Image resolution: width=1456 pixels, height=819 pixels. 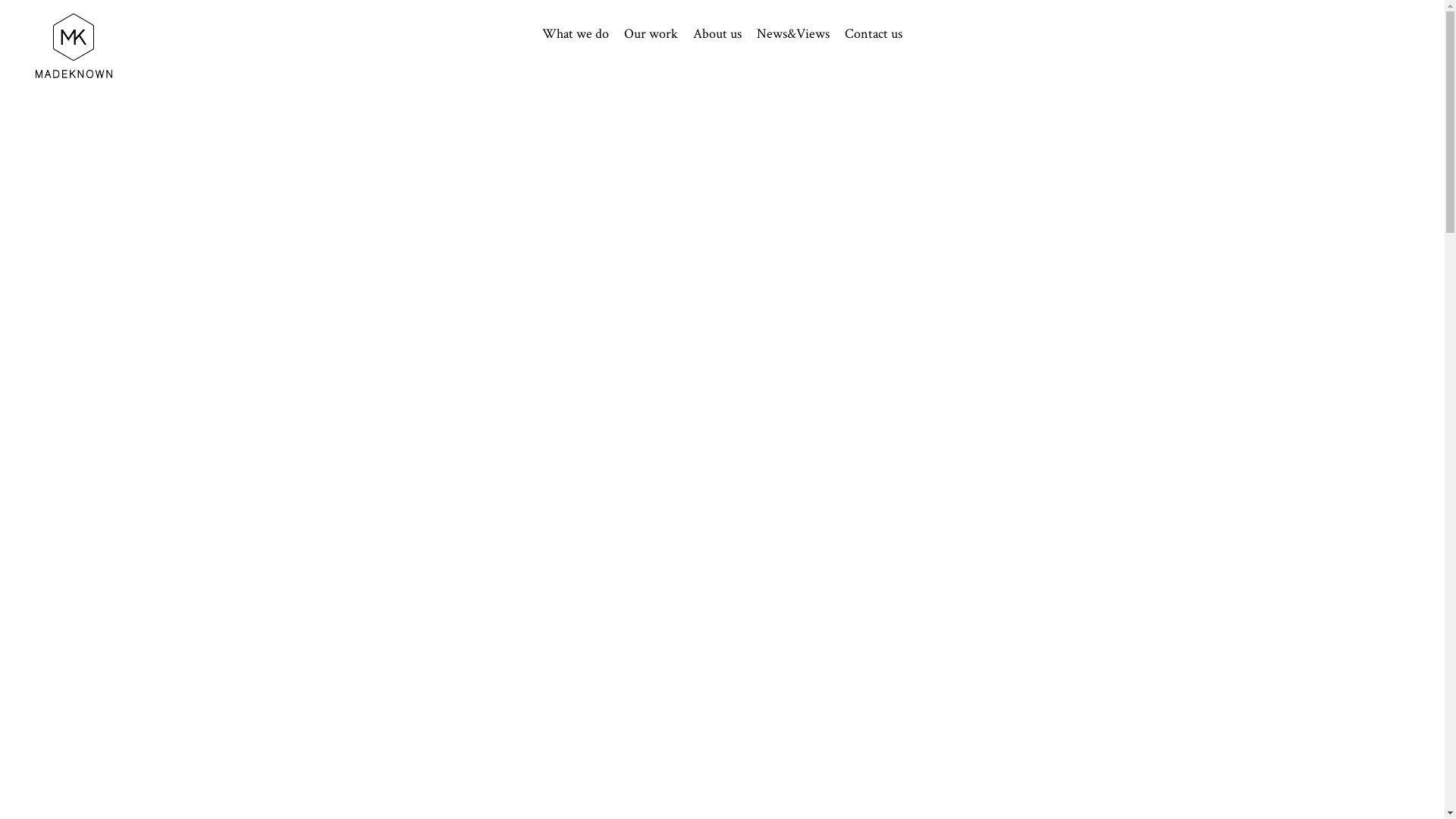 I want to click on 'About us', so click(x=692, y=34).